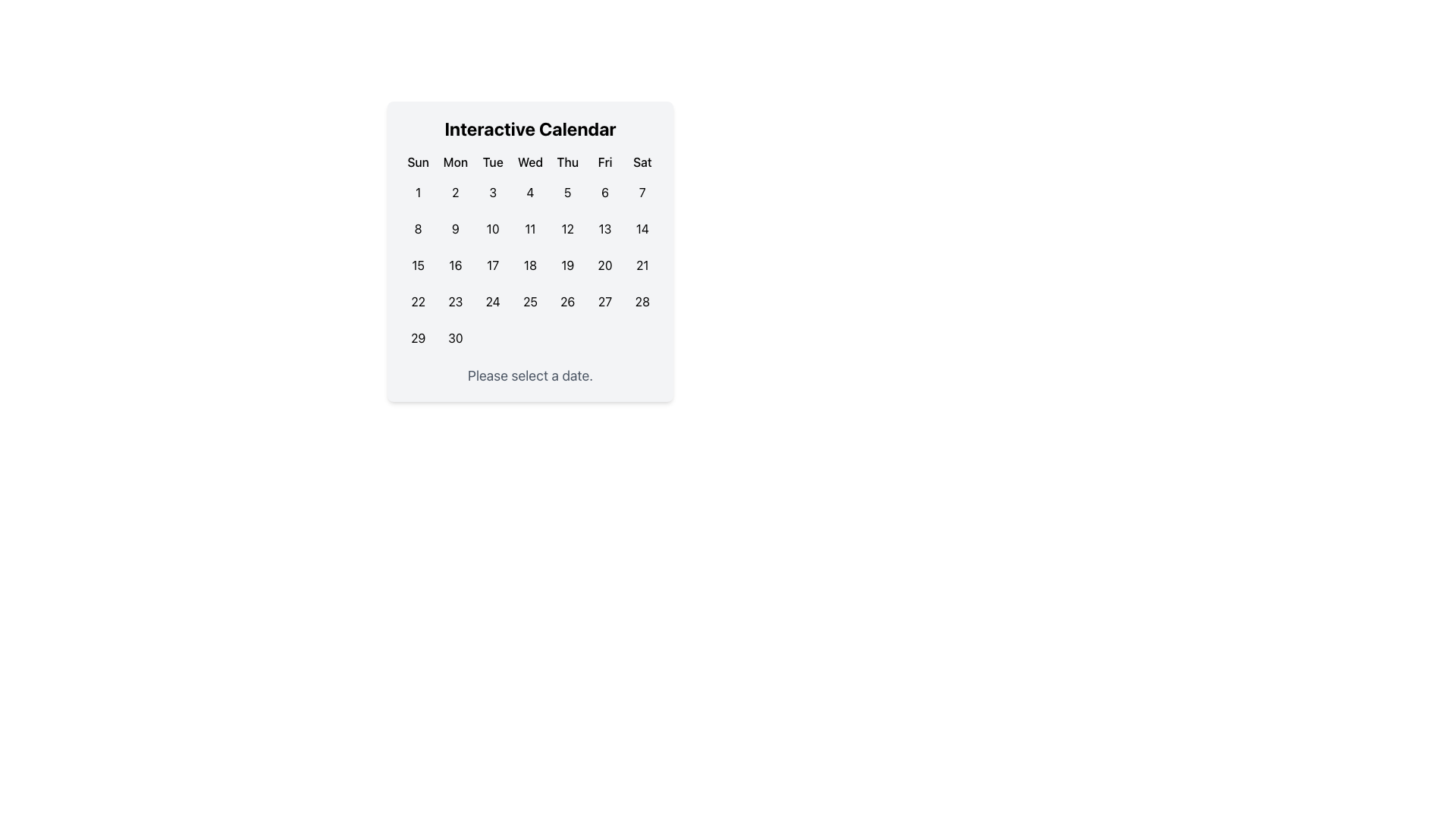 The width and height of the screenshot is (1456, 819). Describe the element at coordinates (493, 228) in the screenshot. I see `the Button-like grid cell displaying the number '10' in the calendar layout` at that location.